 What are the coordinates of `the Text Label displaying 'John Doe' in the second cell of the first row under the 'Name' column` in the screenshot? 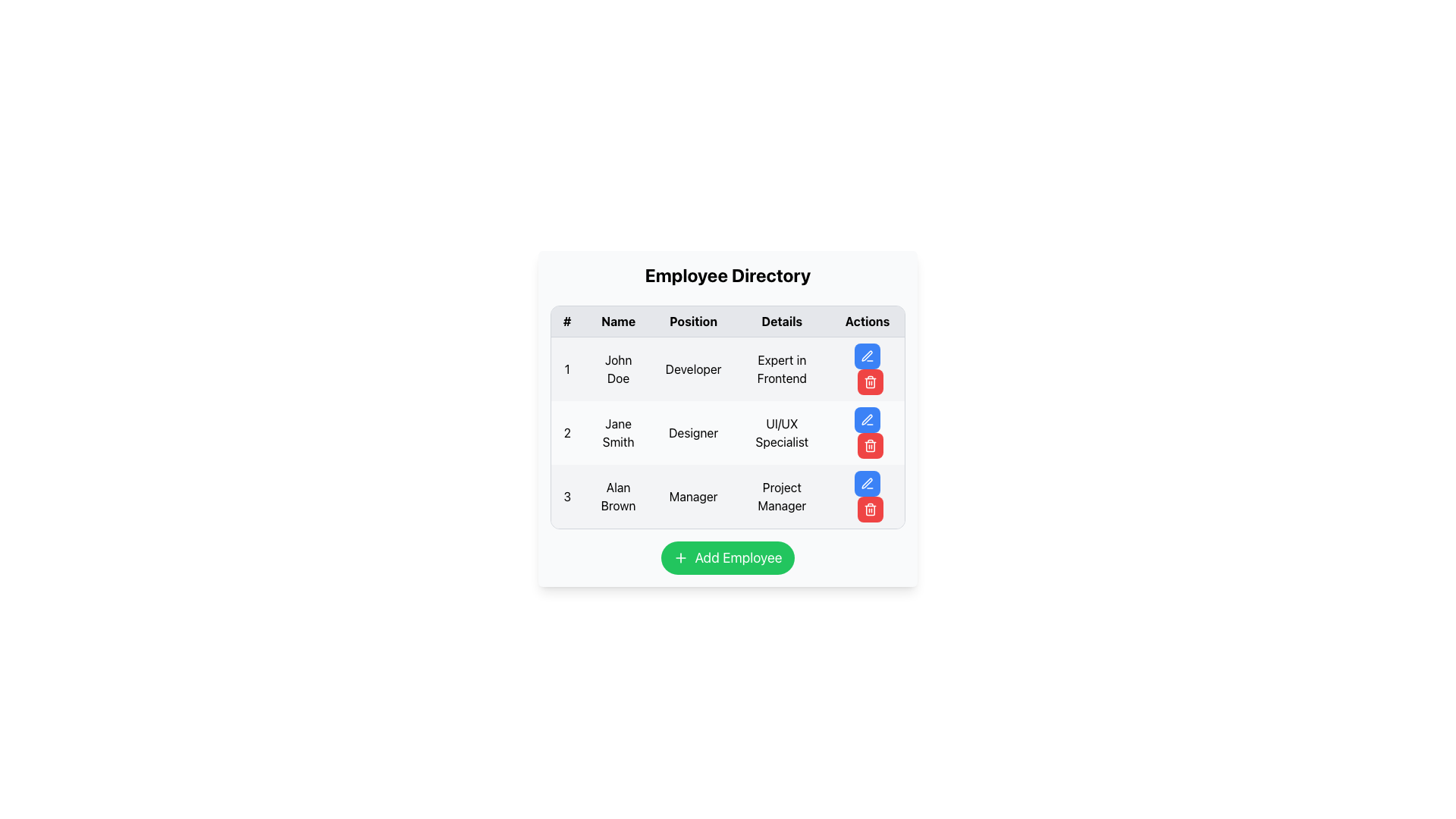 It's located at (618, 369).